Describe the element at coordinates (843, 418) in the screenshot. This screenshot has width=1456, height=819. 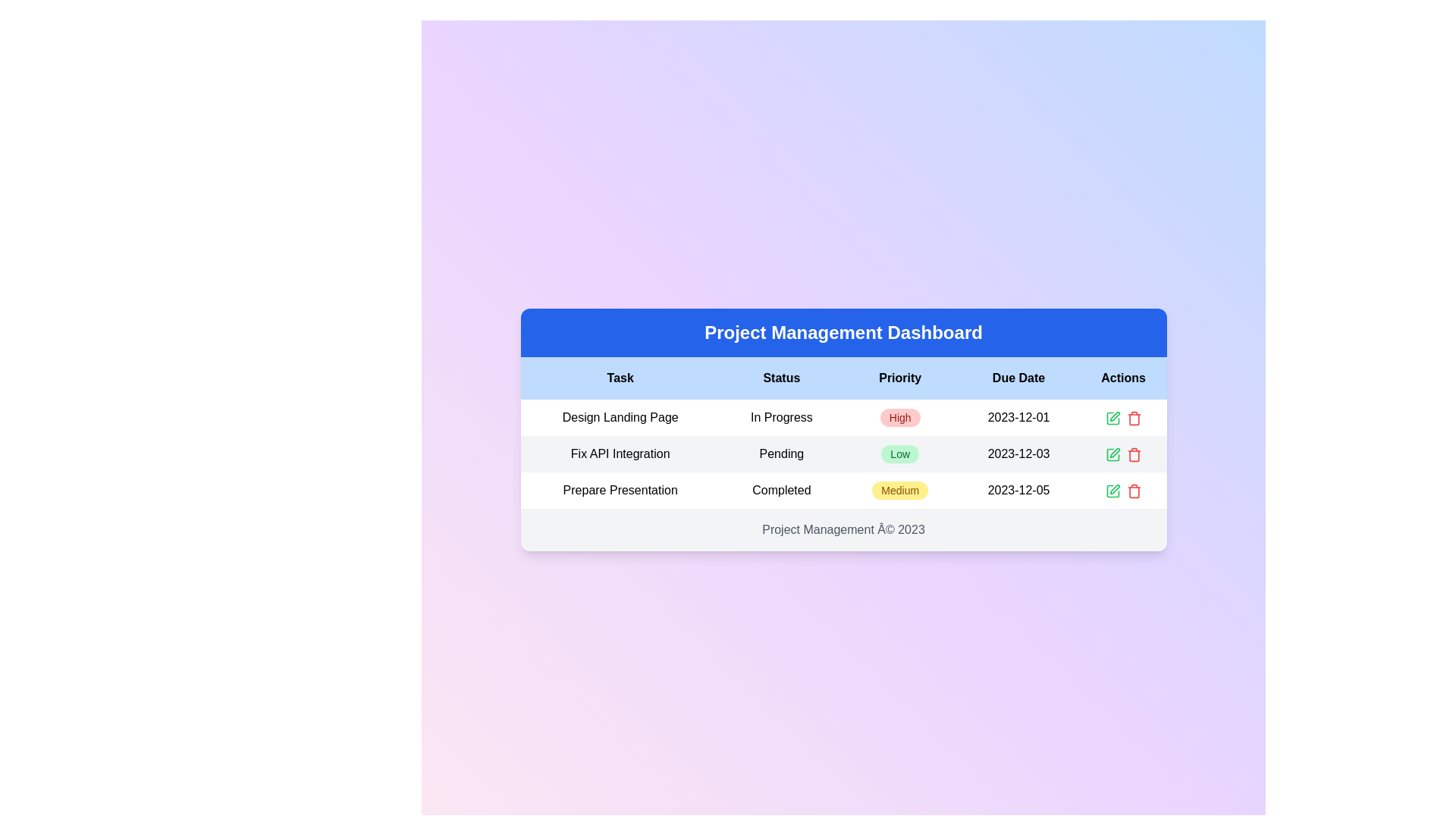
I see `the first row of the table` at that location.